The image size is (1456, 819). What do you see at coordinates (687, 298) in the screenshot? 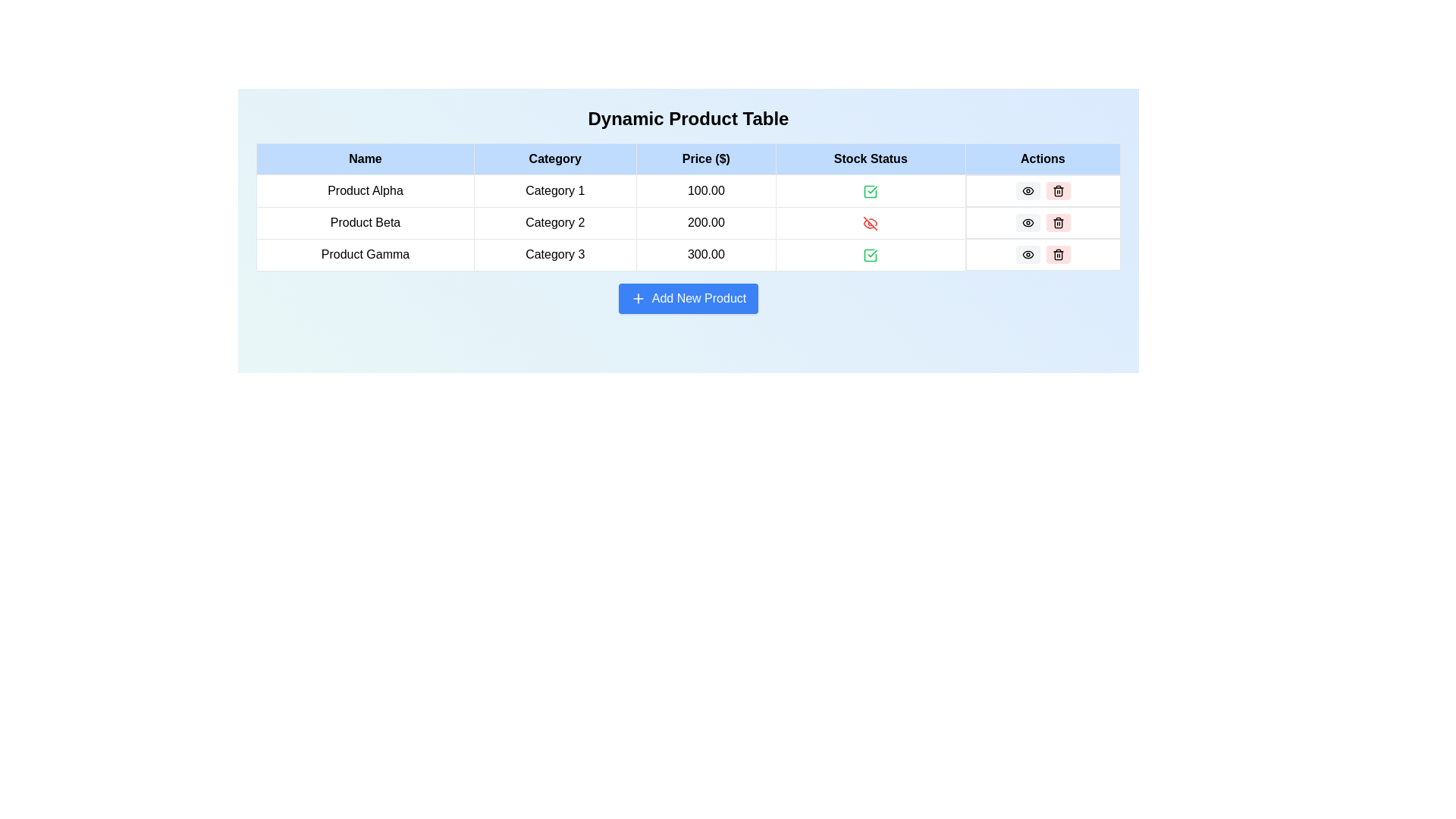
I see `the 'Add New Product' button, which is a blue rectangular button with rounded corners, located at the bottom of the 'Dynamic Product Table' interface, to observe hover effects` at bounding box center [687, 298].